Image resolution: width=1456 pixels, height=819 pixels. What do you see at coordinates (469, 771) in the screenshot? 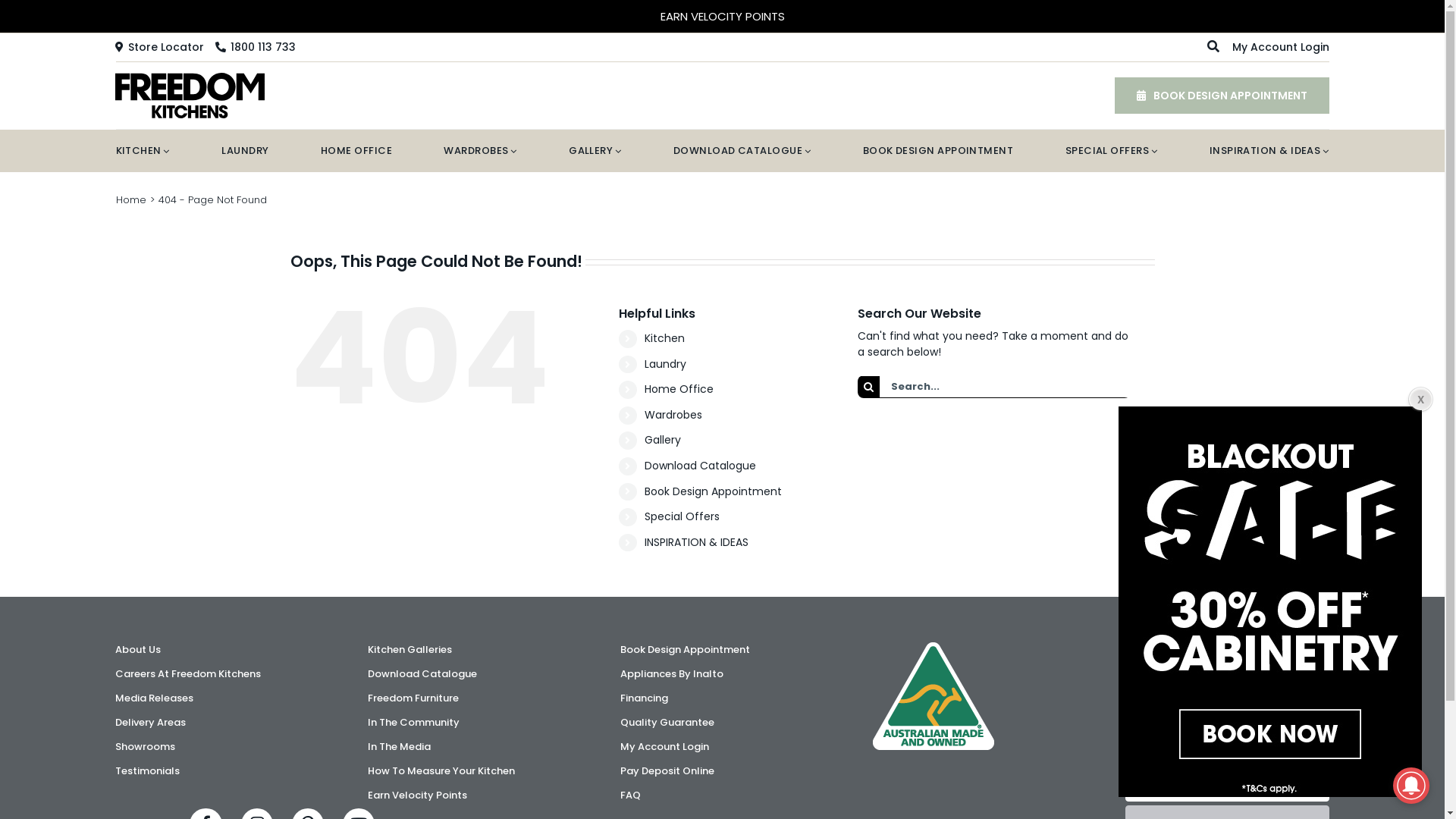
I see `'How To Measure Your Kitchen'` at bounding box center [469, 771].